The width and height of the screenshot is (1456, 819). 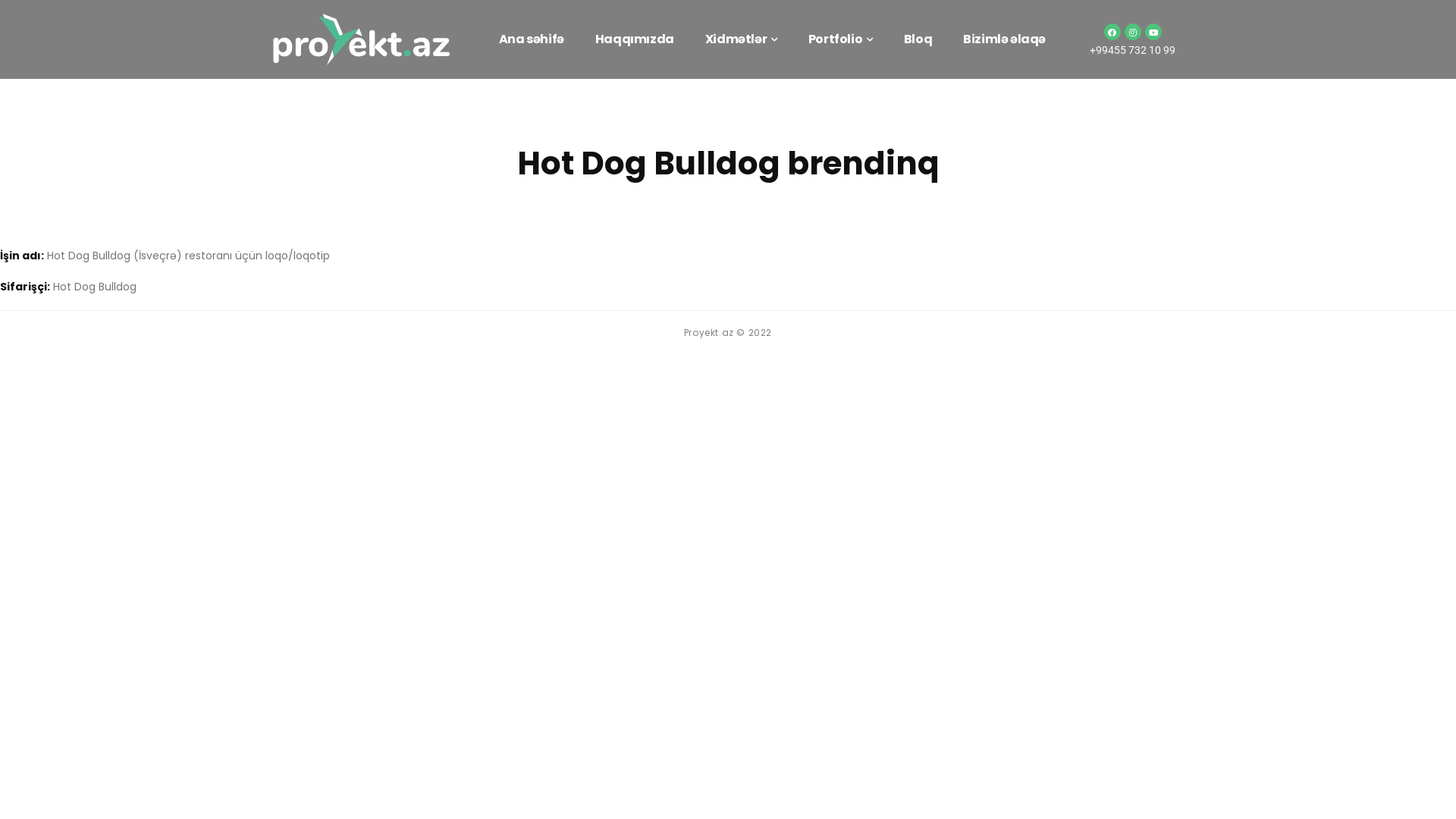 I want to click on 'Bloq', so click(x=917, y=38).